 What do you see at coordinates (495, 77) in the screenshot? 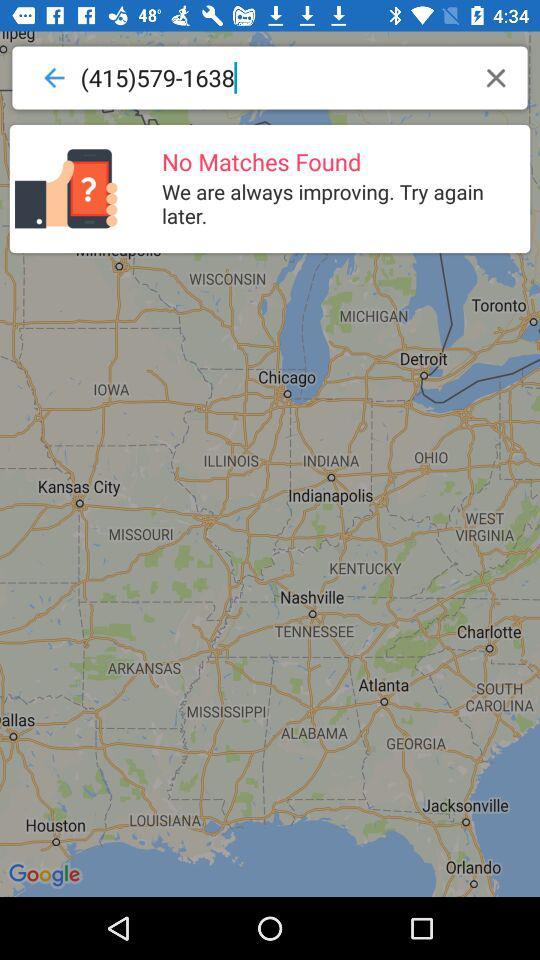
I see `the item above the we are always icon` at bounding box center [495, 77].